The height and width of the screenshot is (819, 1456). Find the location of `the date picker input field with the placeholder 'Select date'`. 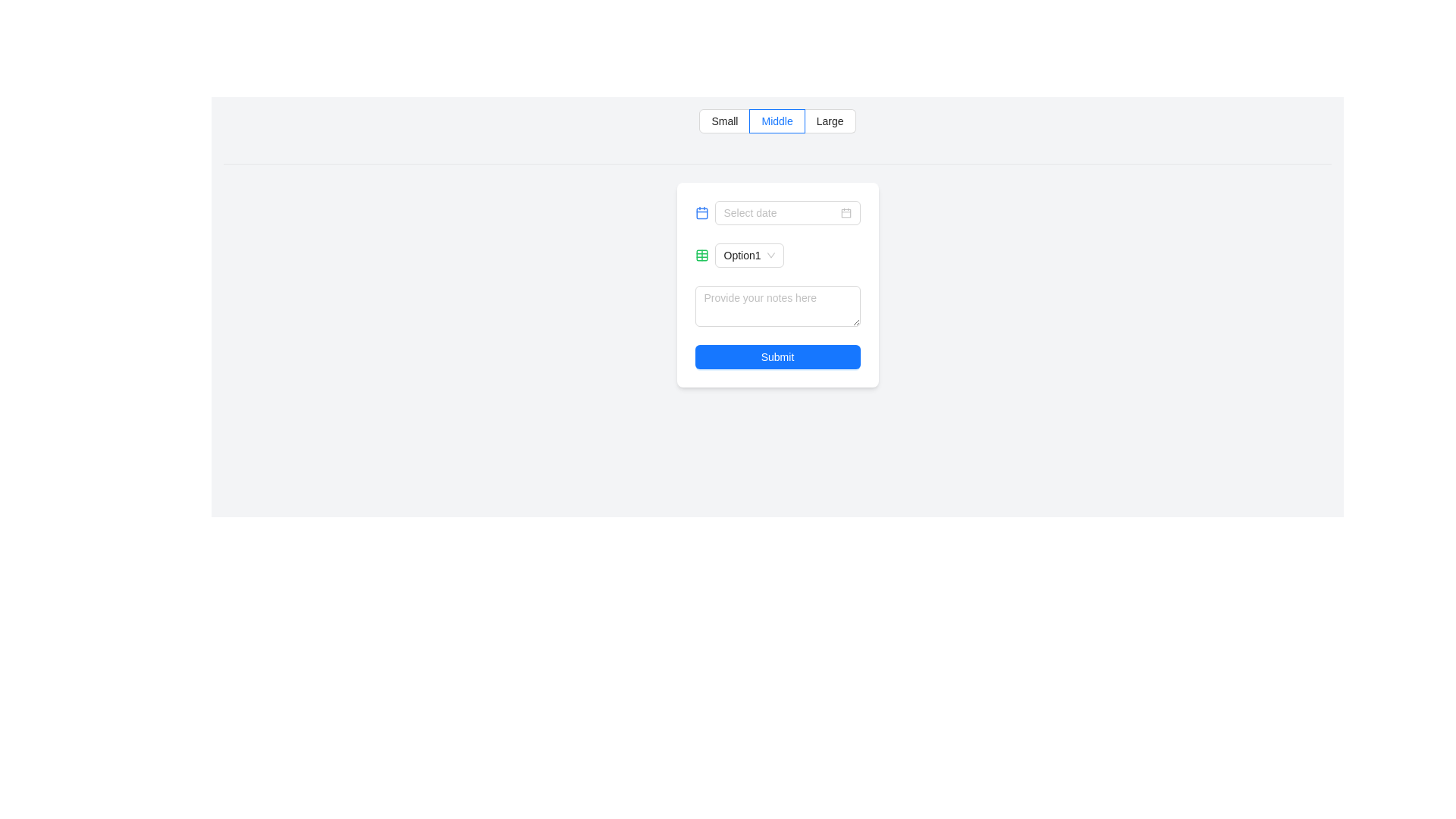

the date picker input field with the placeholder 'Select date' is located at coordinates (787, 213).